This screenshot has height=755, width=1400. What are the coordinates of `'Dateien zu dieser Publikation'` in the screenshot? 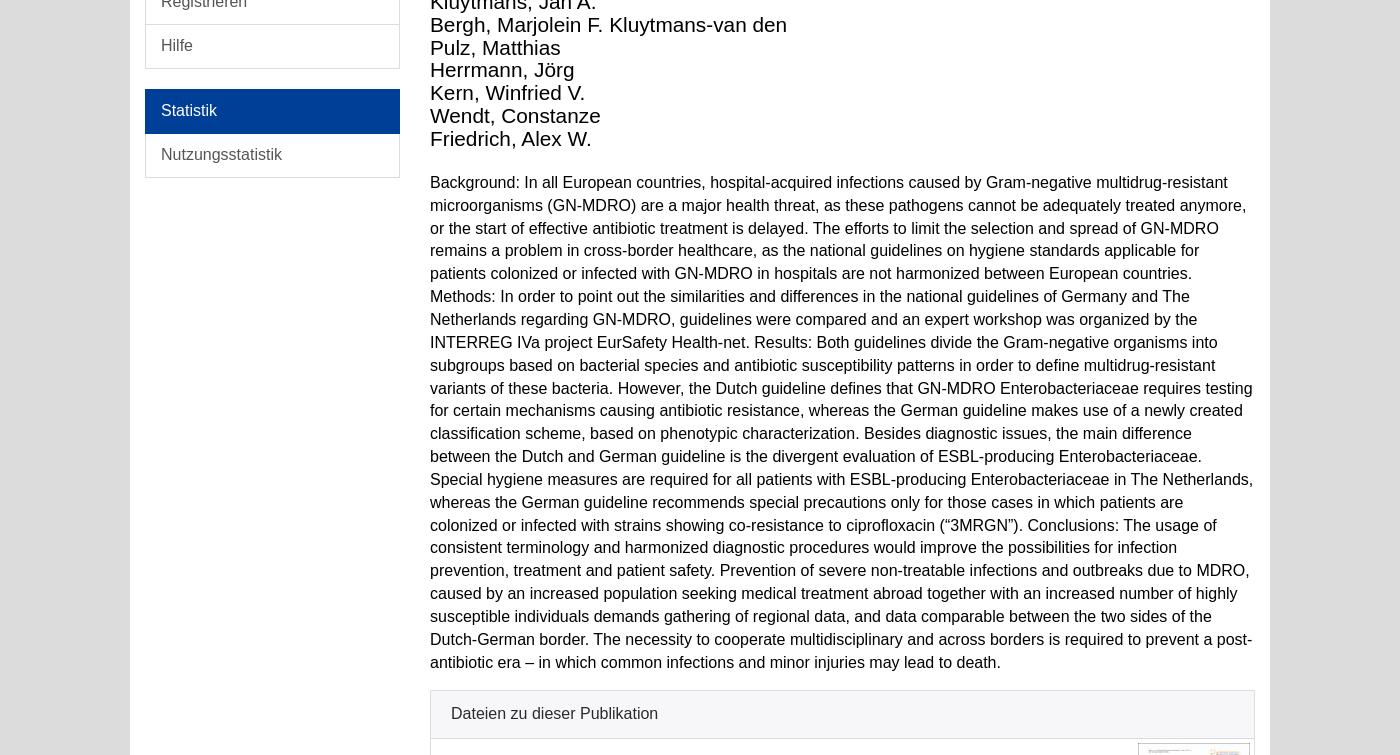 It's located at (554, 712).